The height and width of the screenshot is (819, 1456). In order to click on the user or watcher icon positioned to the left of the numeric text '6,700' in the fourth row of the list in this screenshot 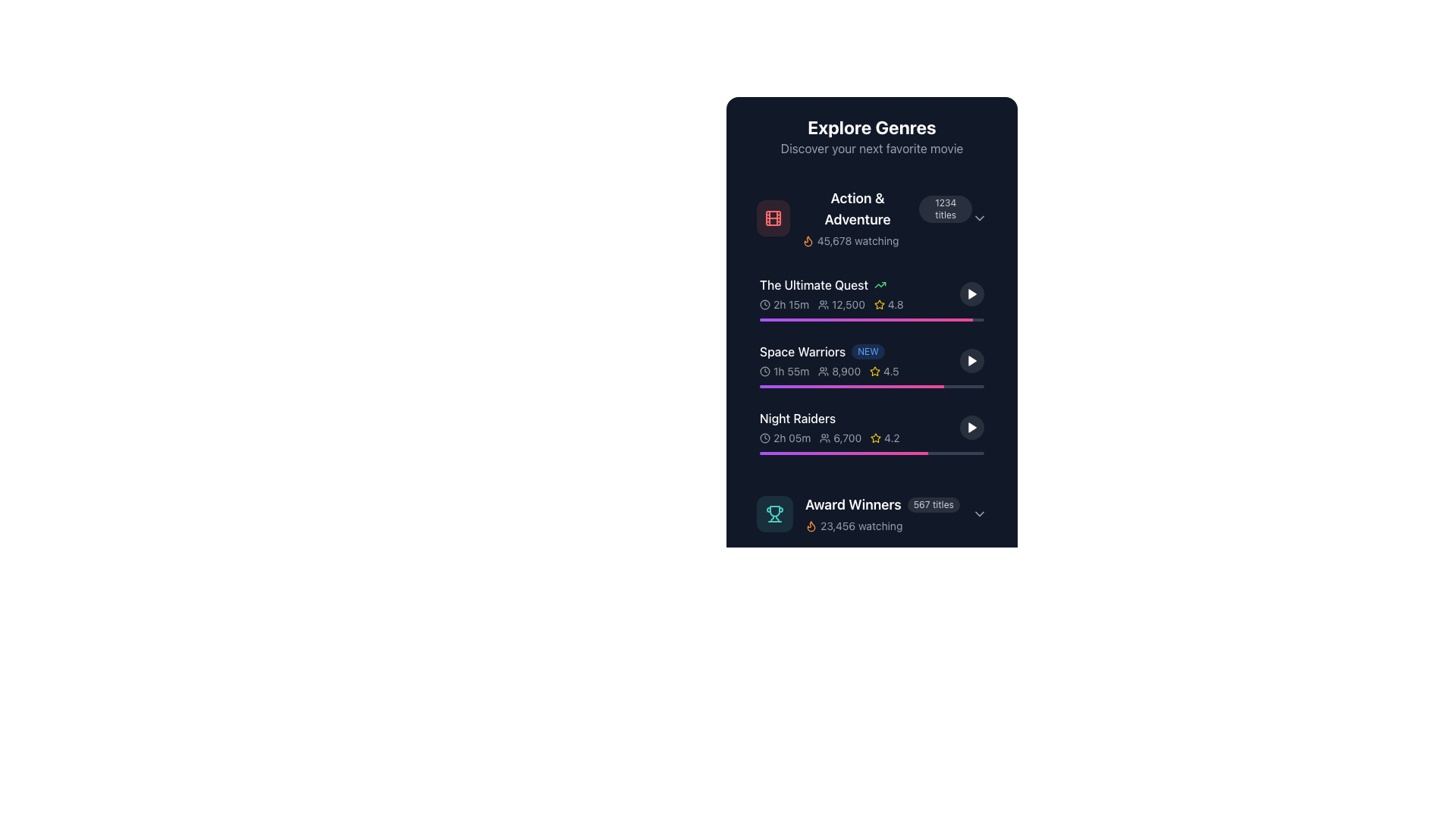, I will do `click(824, 438)`.